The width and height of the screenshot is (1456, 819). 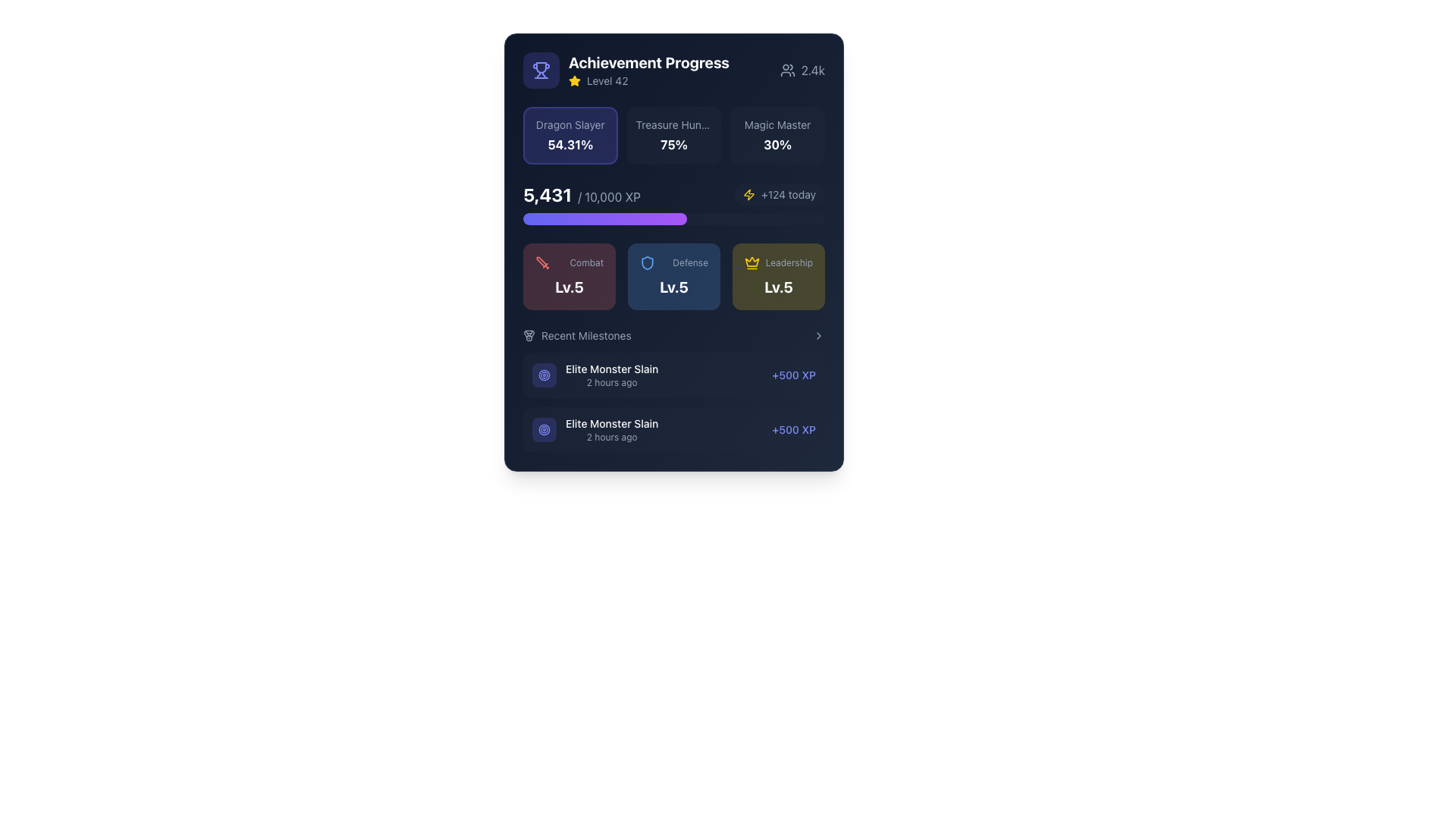 I want to click on static text content that displays 'Elite Monster Slain' and '2 hours ago' located in the 'Recent Milestones' section, positioned to the left of a '+500 XP' text, so click(x=595, y=375).